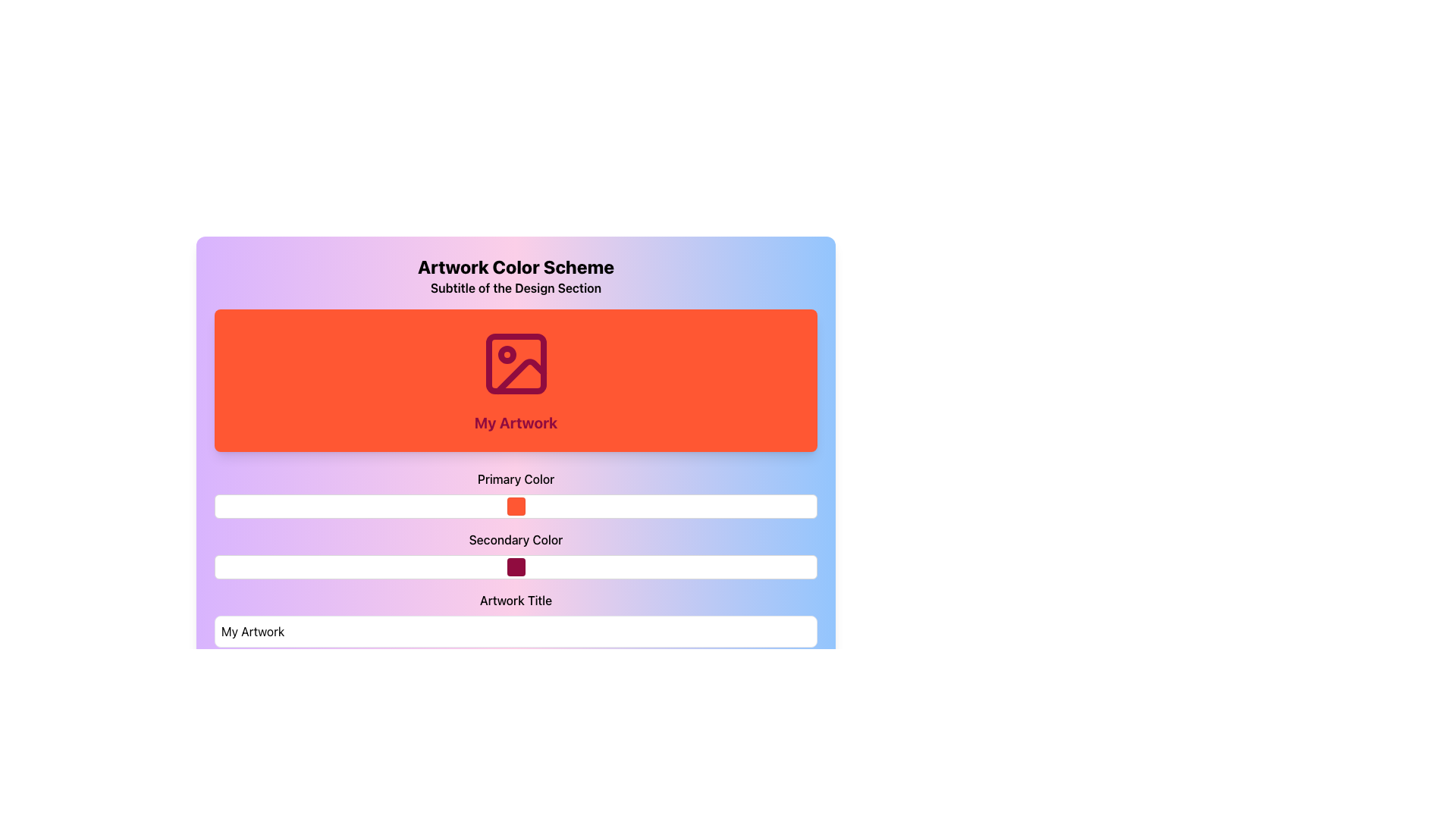 The height and width of the screenshot is (819, 1456). What do you see at coordinates (516, 275) in the screenshot?
I see `the text block that contains 'Artwork Color Scheme' and 'Subtitle of the Design Section', which is styled with a gradient background of purple and blue, located above the red rectangular region labeled 'My Artwork'` at bounding box center [516, 275].